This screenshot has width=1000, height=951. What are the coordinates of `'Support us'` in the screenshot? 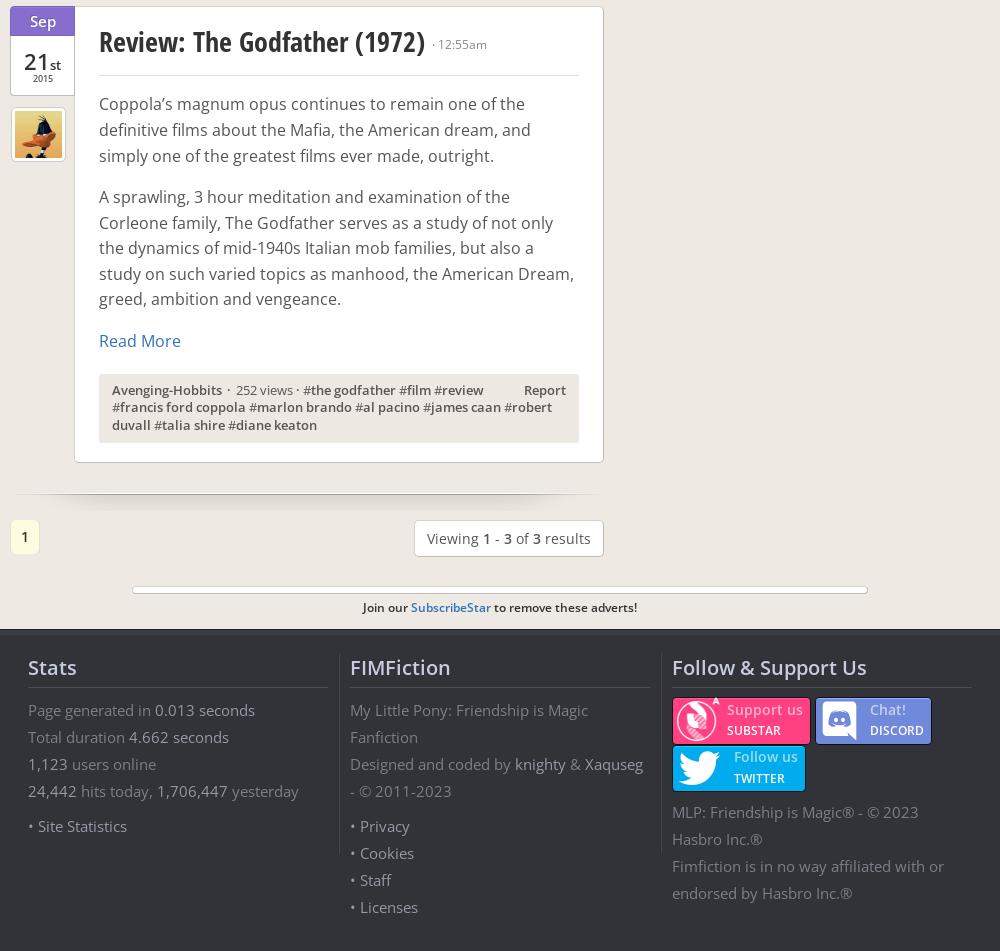 It's located at (765, 709).